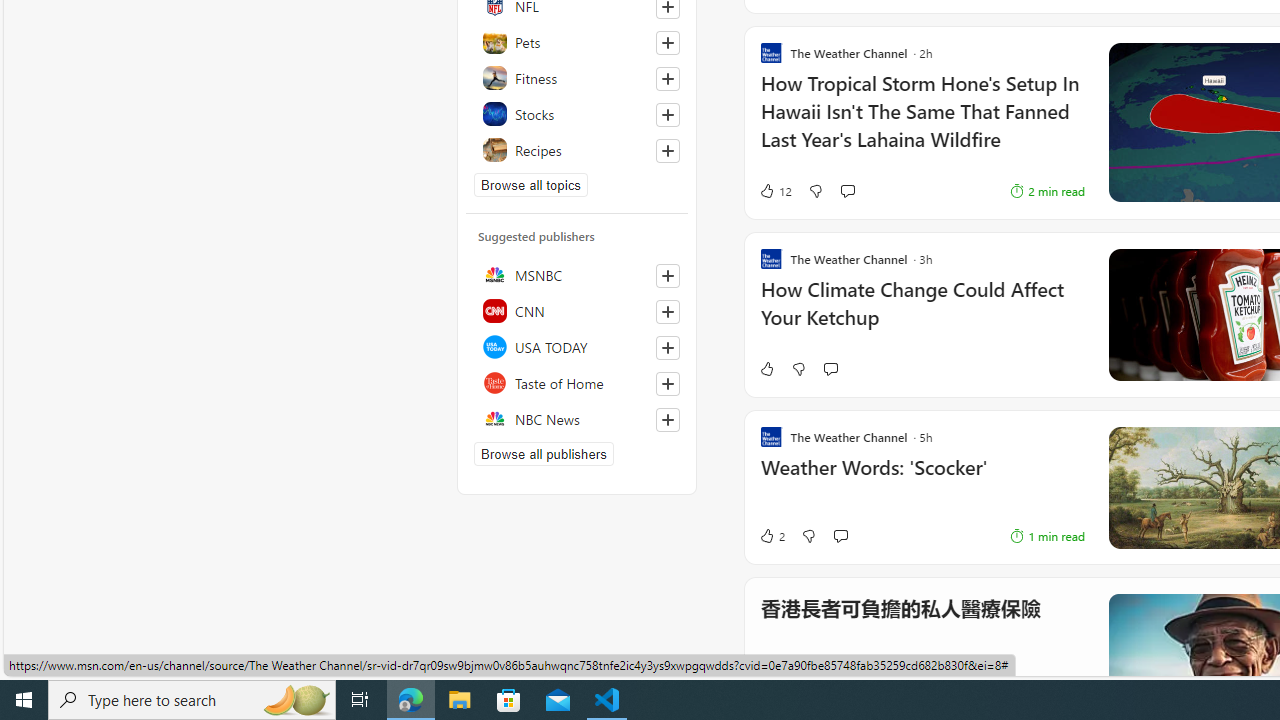  What do you see at coordinates (774, 191) in the screenshot?
I see `'12 Like'` at bounding box center [774, 191].